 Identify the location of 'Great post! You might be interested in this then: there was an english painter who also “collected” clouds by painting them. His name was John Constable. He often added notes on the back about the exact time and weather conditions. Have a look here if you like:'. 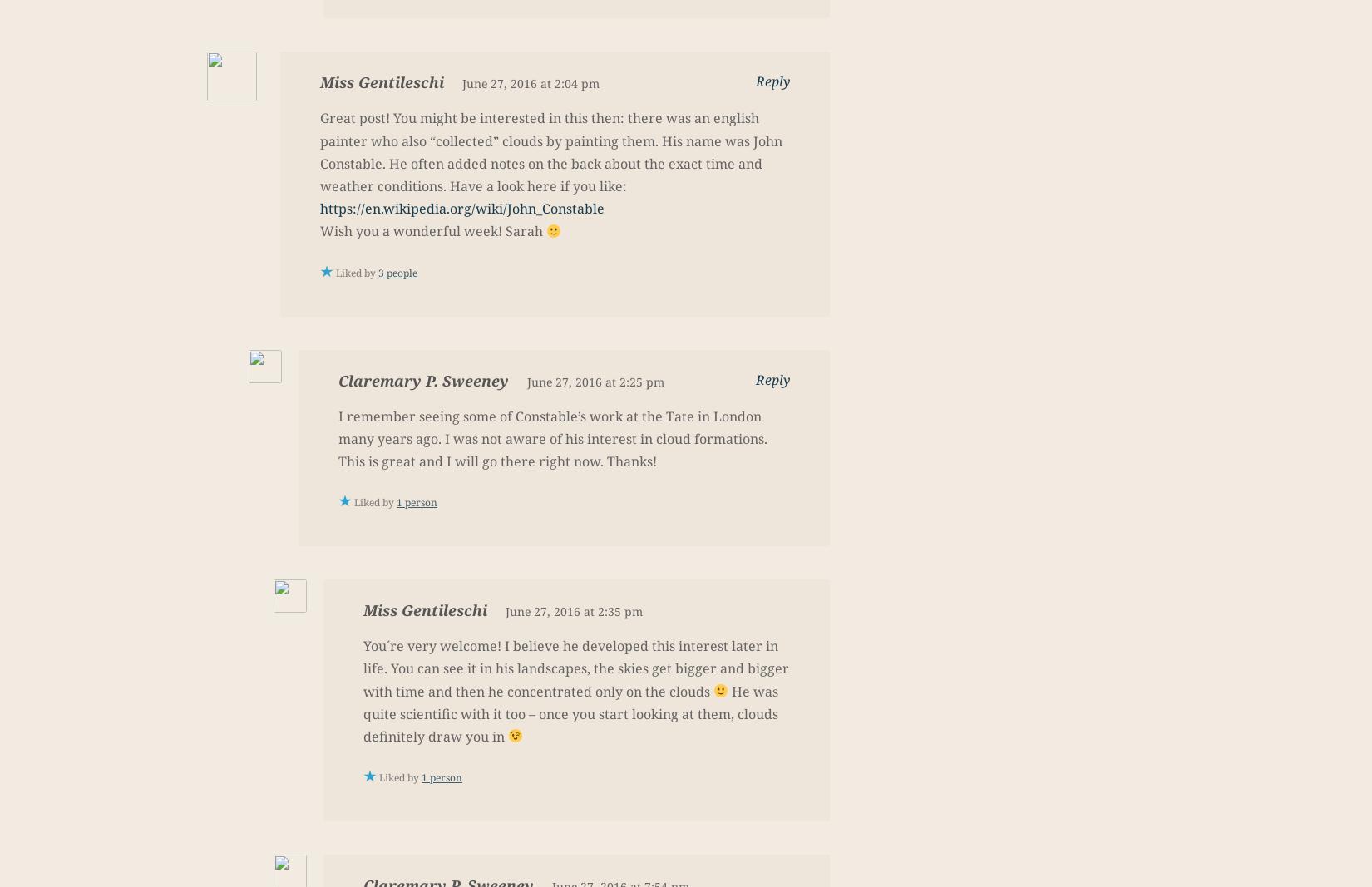
(319, 151).